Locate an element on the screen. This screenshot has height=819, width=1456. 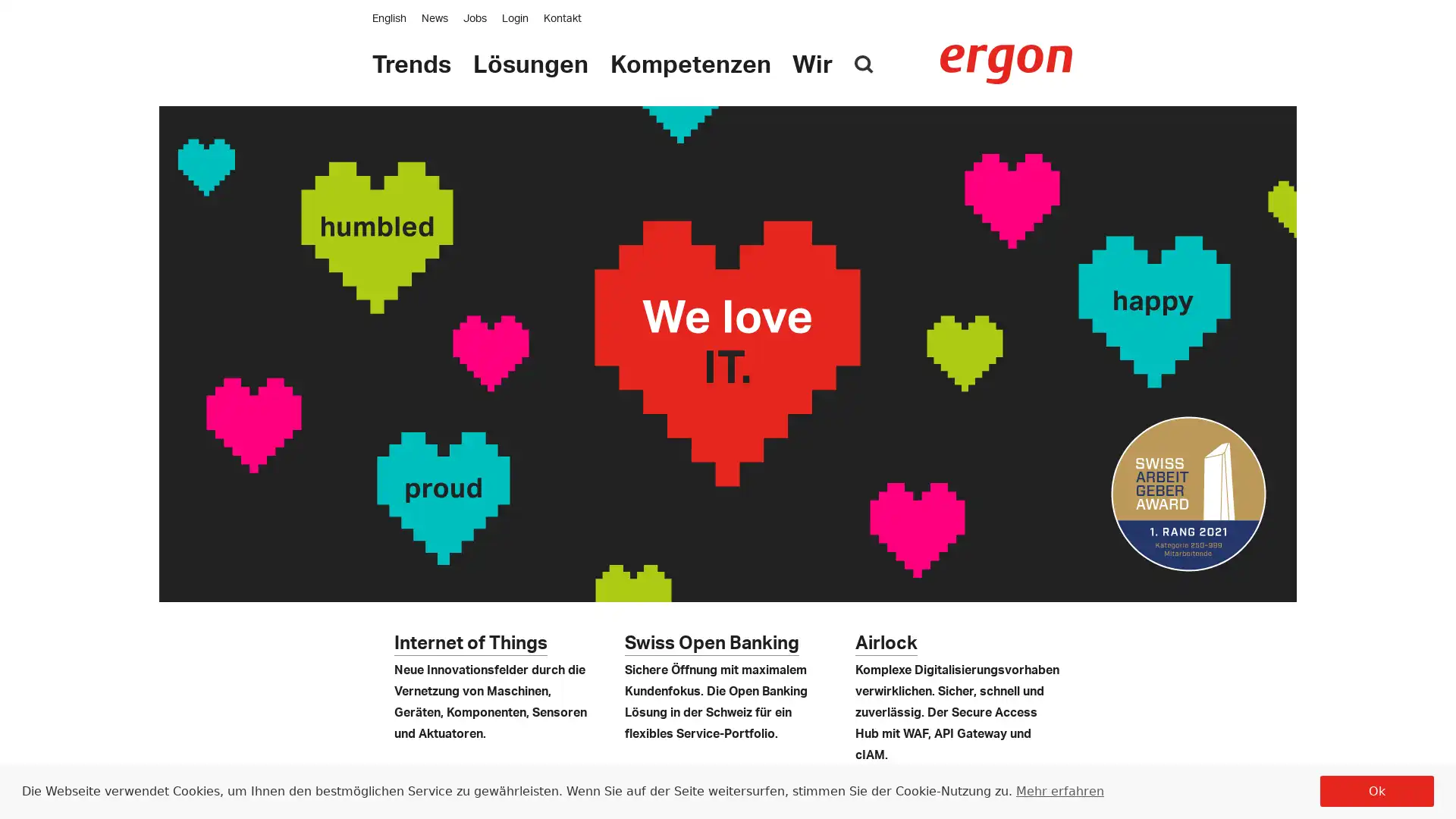
learn more about cookies is located at coordinates (1058, 789).